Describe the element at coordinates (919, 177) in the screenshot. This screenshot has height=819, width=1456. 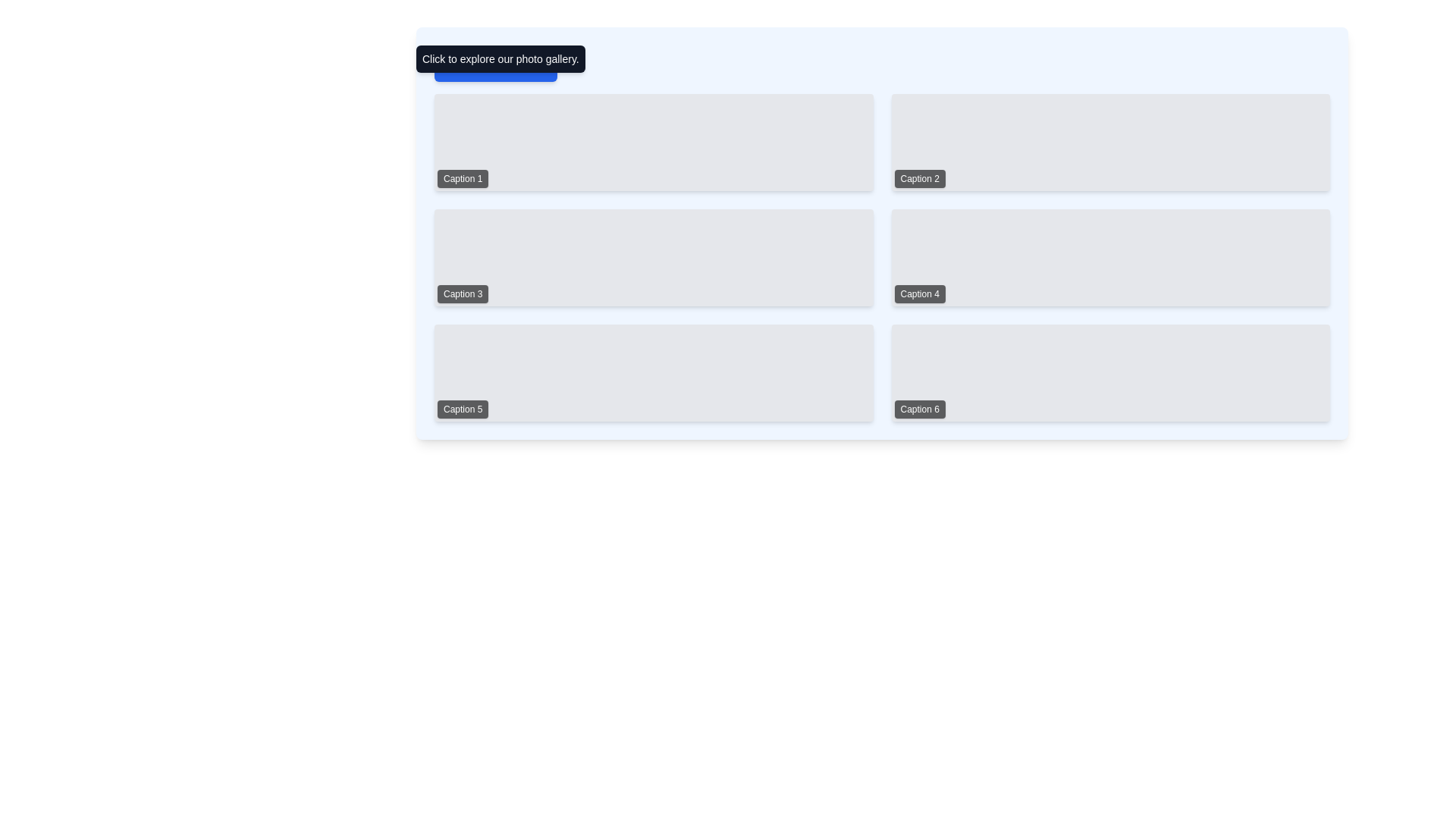
I see `the label or caption located at the bottom-left corner of the second rectangular tile in the top row of the grid layout, which provides descriptive text for the tile` at that location.